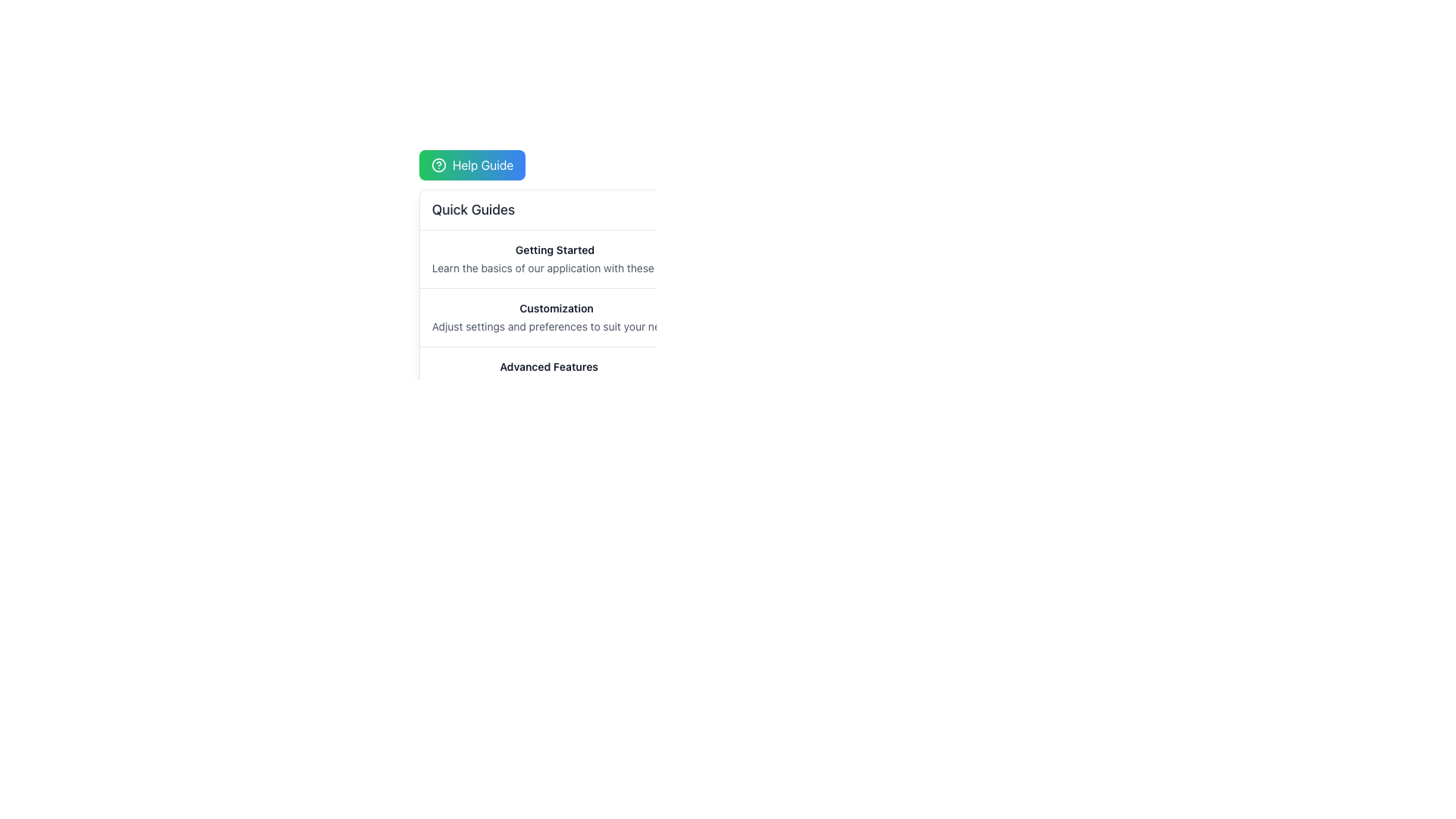 The height and width of the screenshot is (819, 1456). What do you see at coordinates (472, 165) in the screenshot?
I see `the 'Help Guide' button, which has a gradient background from green to blue and features a question mark icon` at bounding box center [472, 165].